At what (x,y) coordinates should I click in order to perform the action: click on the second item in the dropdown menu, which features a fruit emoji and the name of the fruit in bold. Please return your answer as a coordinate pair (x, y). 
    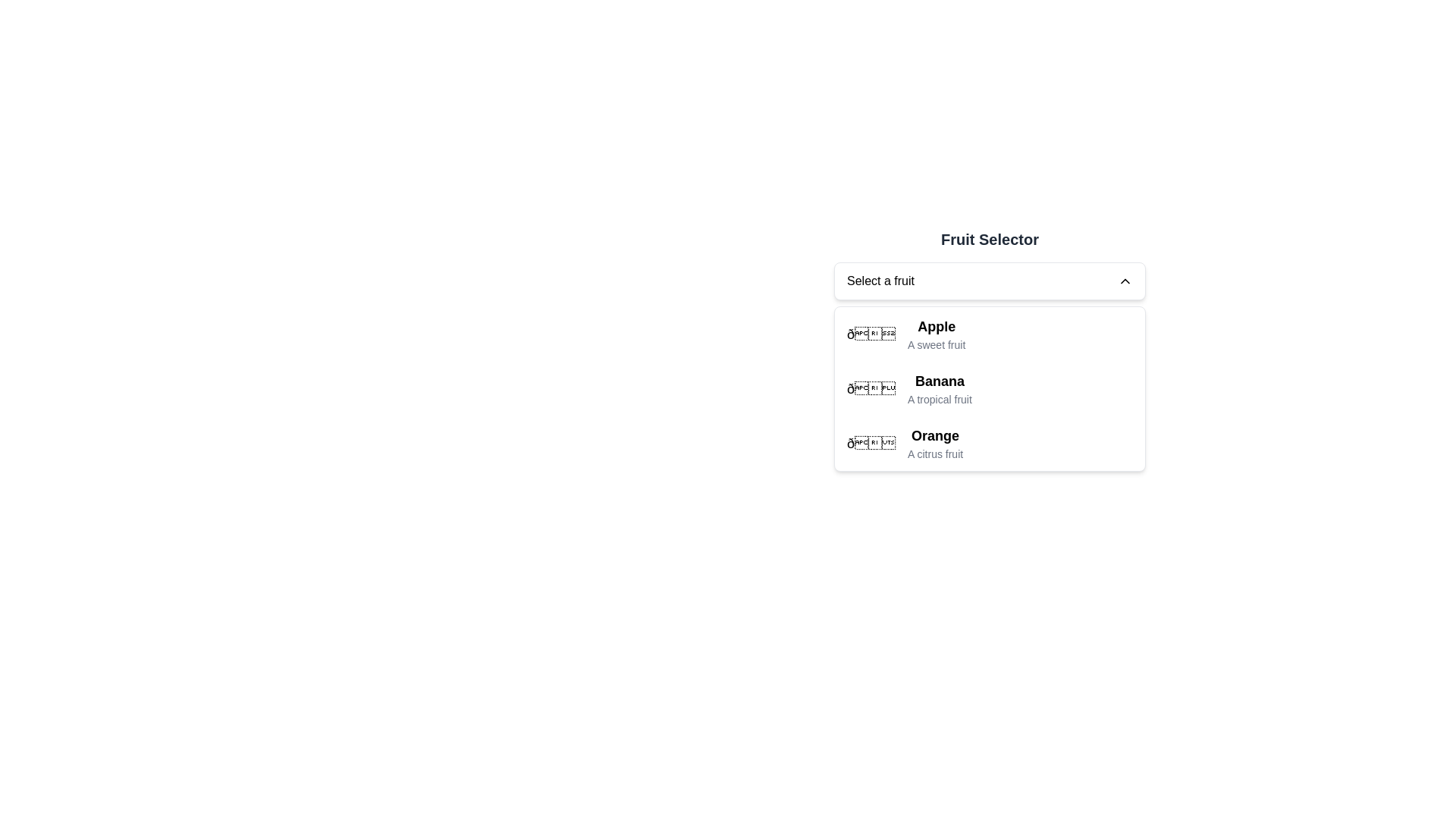
    Looking at the image, I should click on (990, 388).